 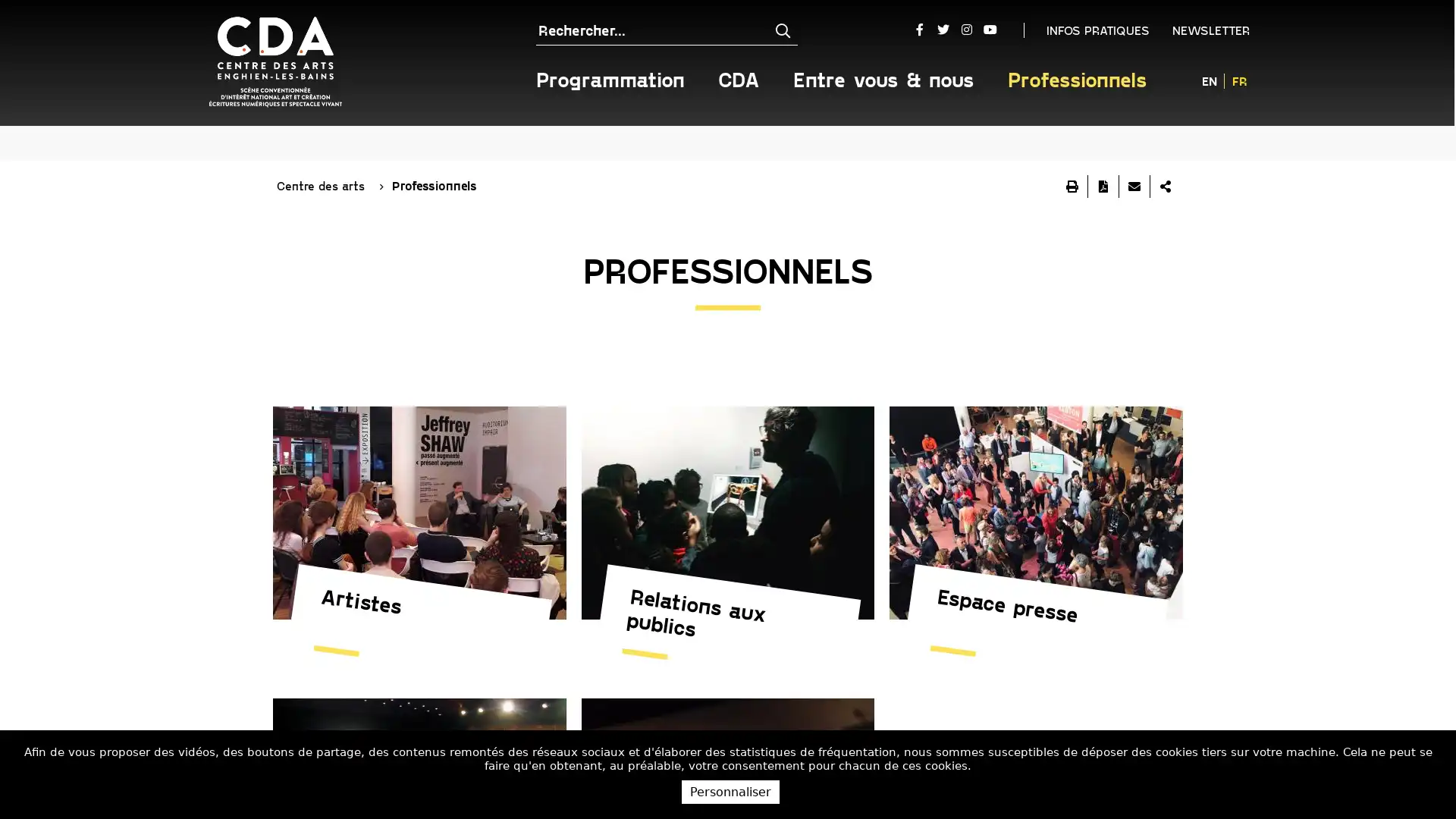 I want to click on Partager cette page, so click(x=1164, y=149).